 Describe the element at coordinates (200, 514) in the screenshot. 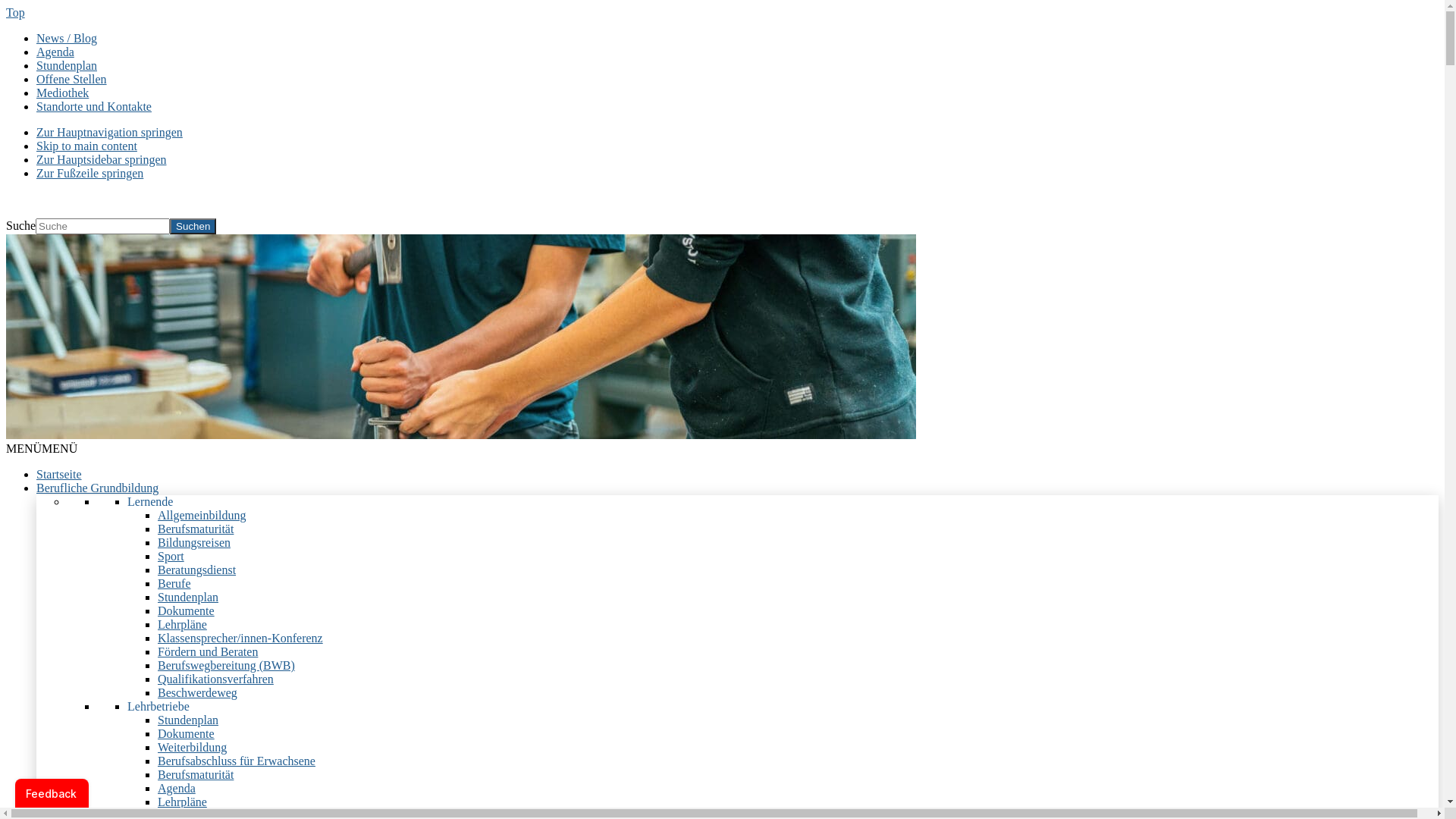

I see `'Allgemeinbildung'` at that location.